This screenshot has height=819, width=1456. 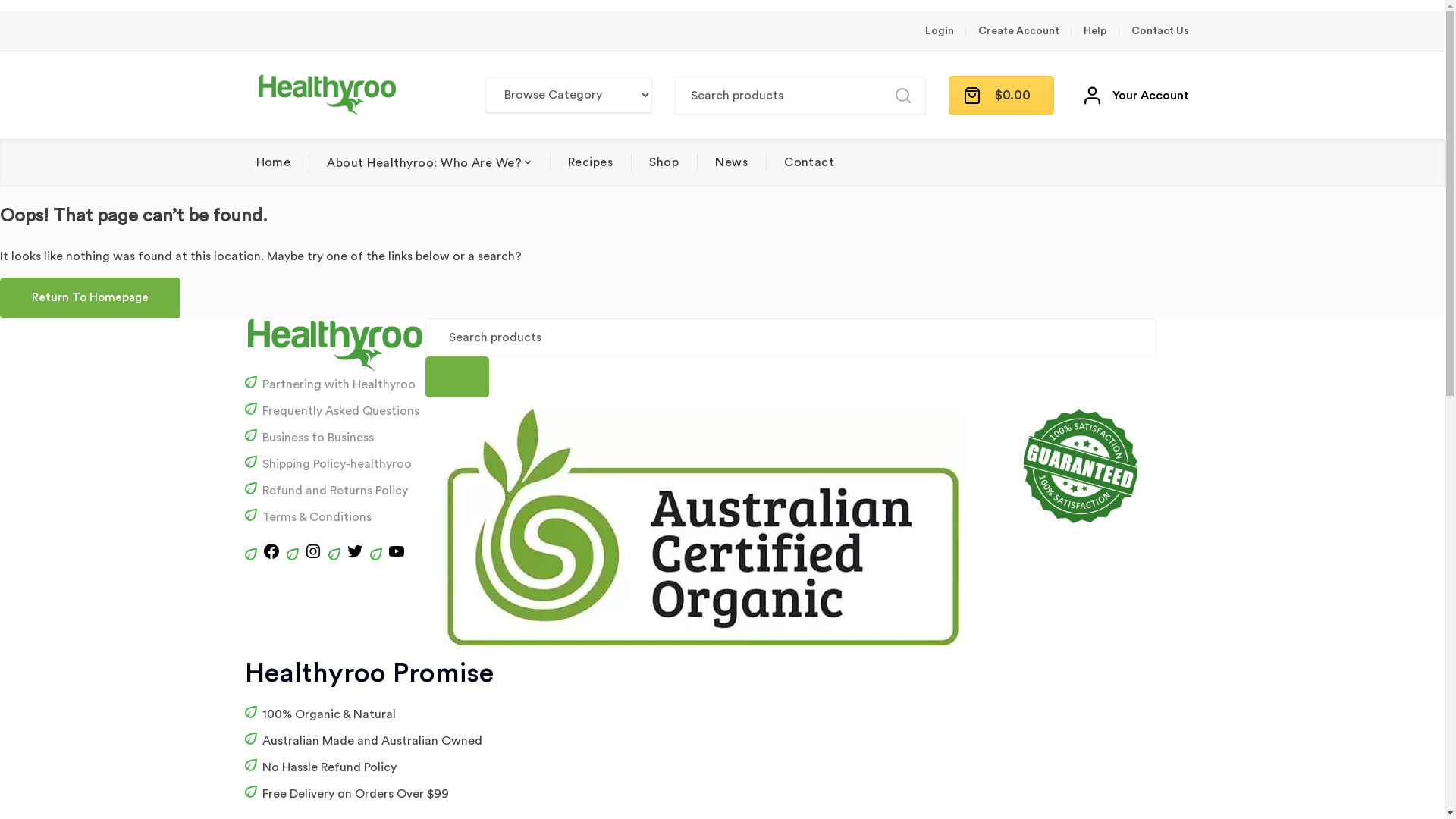 What do you see at coordinates (1159, 31) in the screenshot?
I see `'Contact Us'` at bounding box center [1159, 31].